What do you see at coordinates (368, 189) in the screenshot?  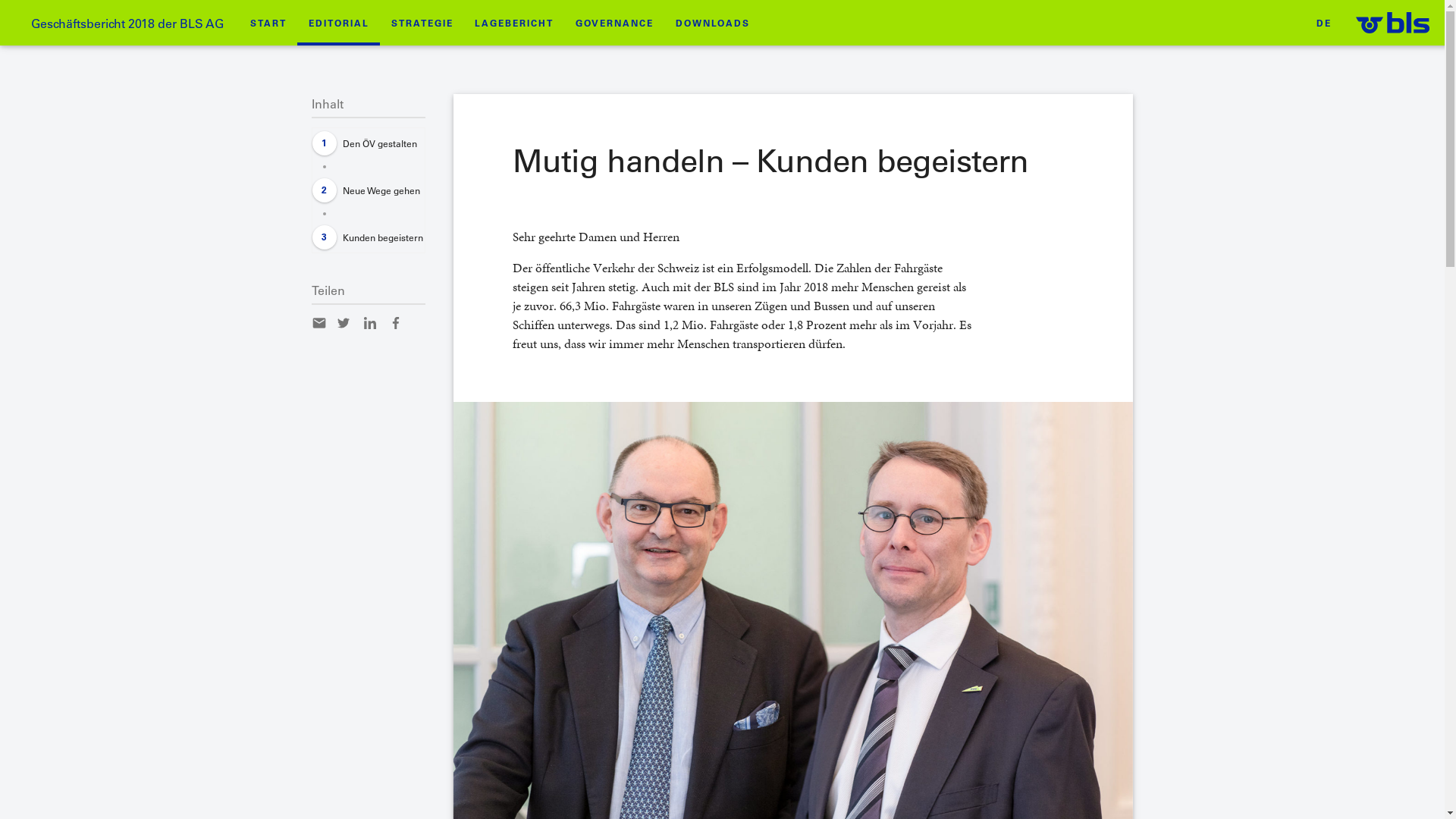 I see `'Neue Wege gehen'` at bounding box center [368, 189].